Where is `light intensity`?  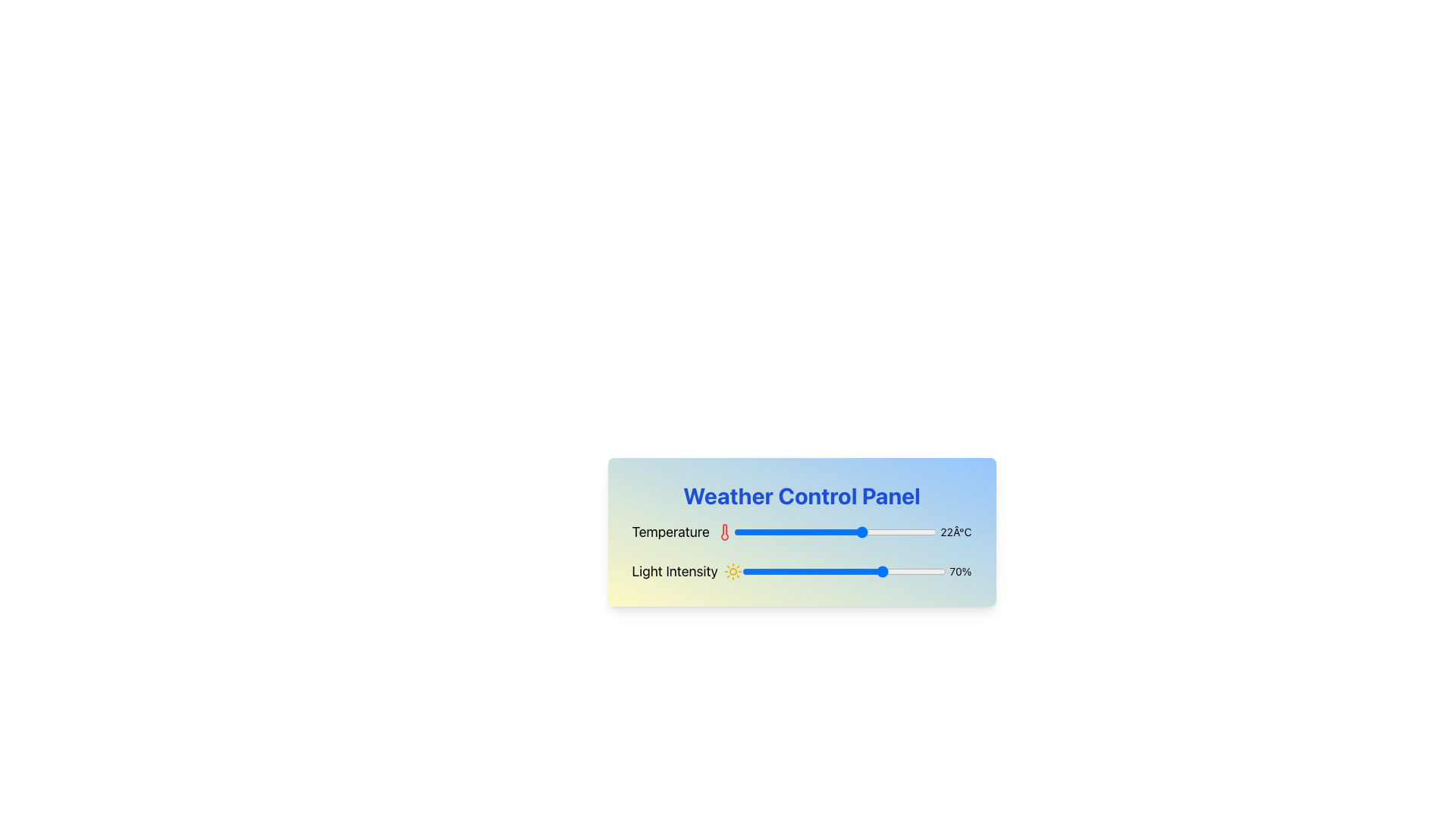 light intensity is located at coordinates (829, 571).